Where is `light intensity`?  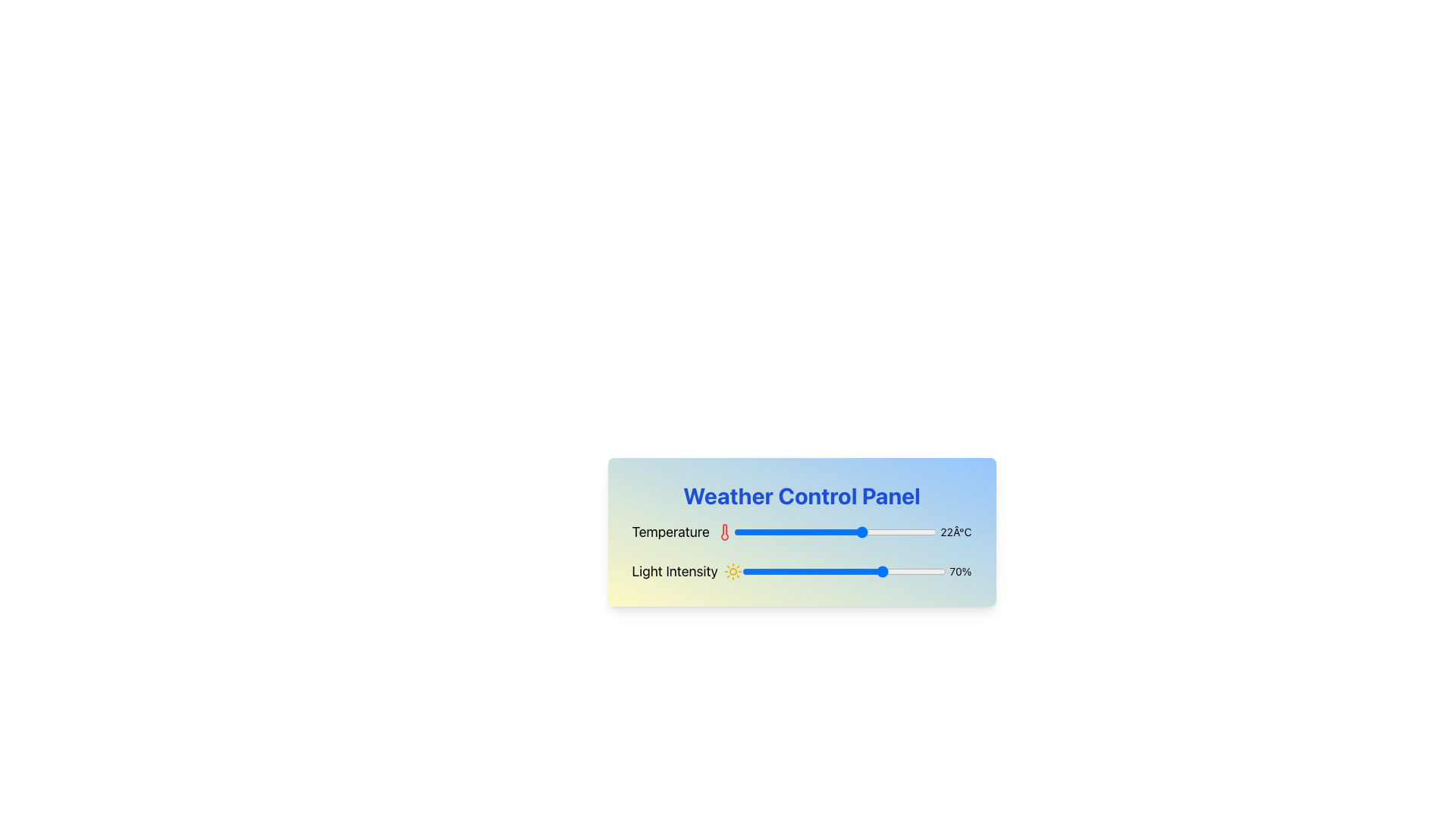 light intensity is located at coordinates (829, 571).